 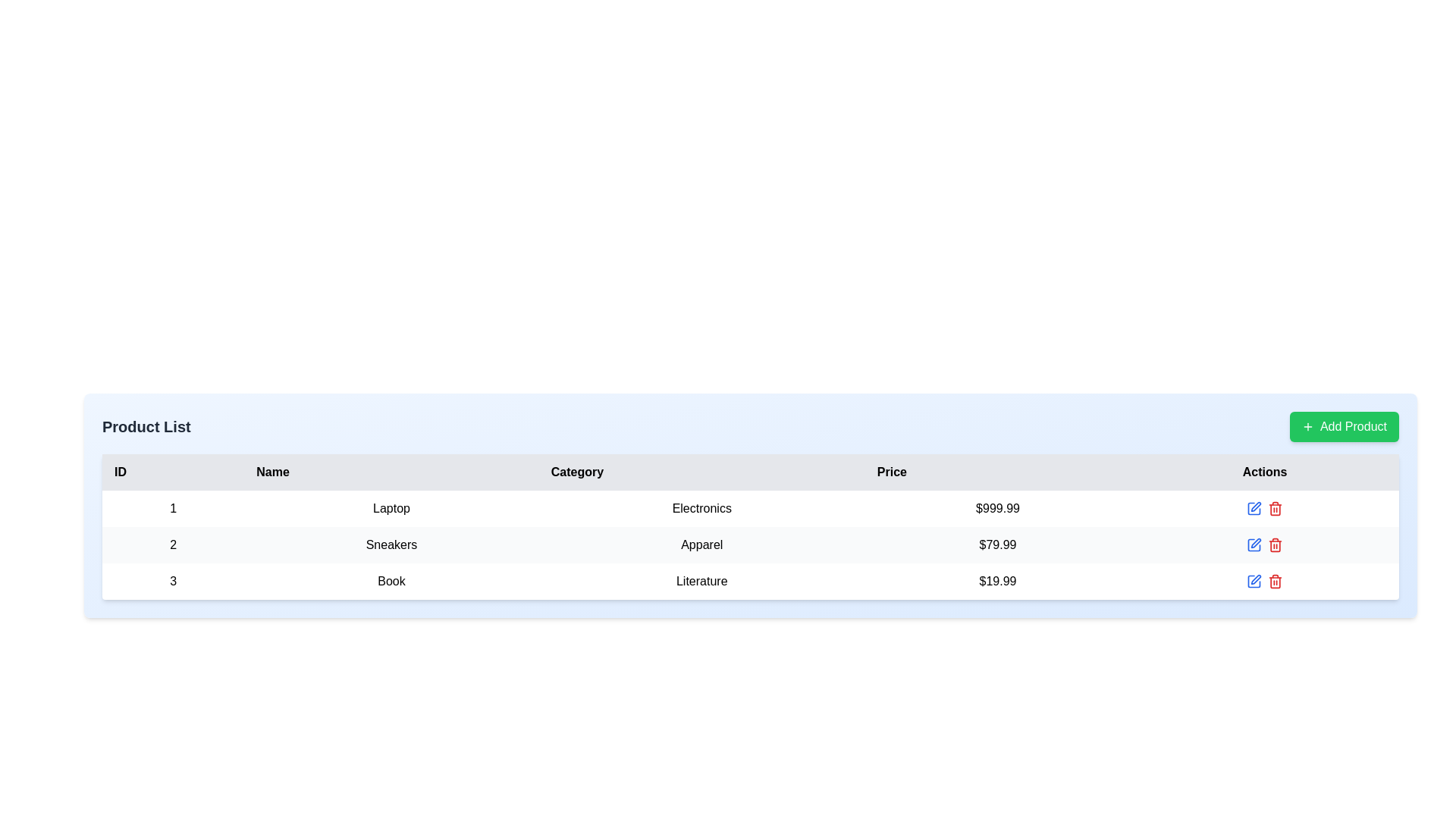 What do you see at coordinates (997, 544) in the screenshot?
I see `the price text for the product 'Sneakers' located in the fourth column of the second row in the 'Price' column of the table` at bounding box center [997, 544].